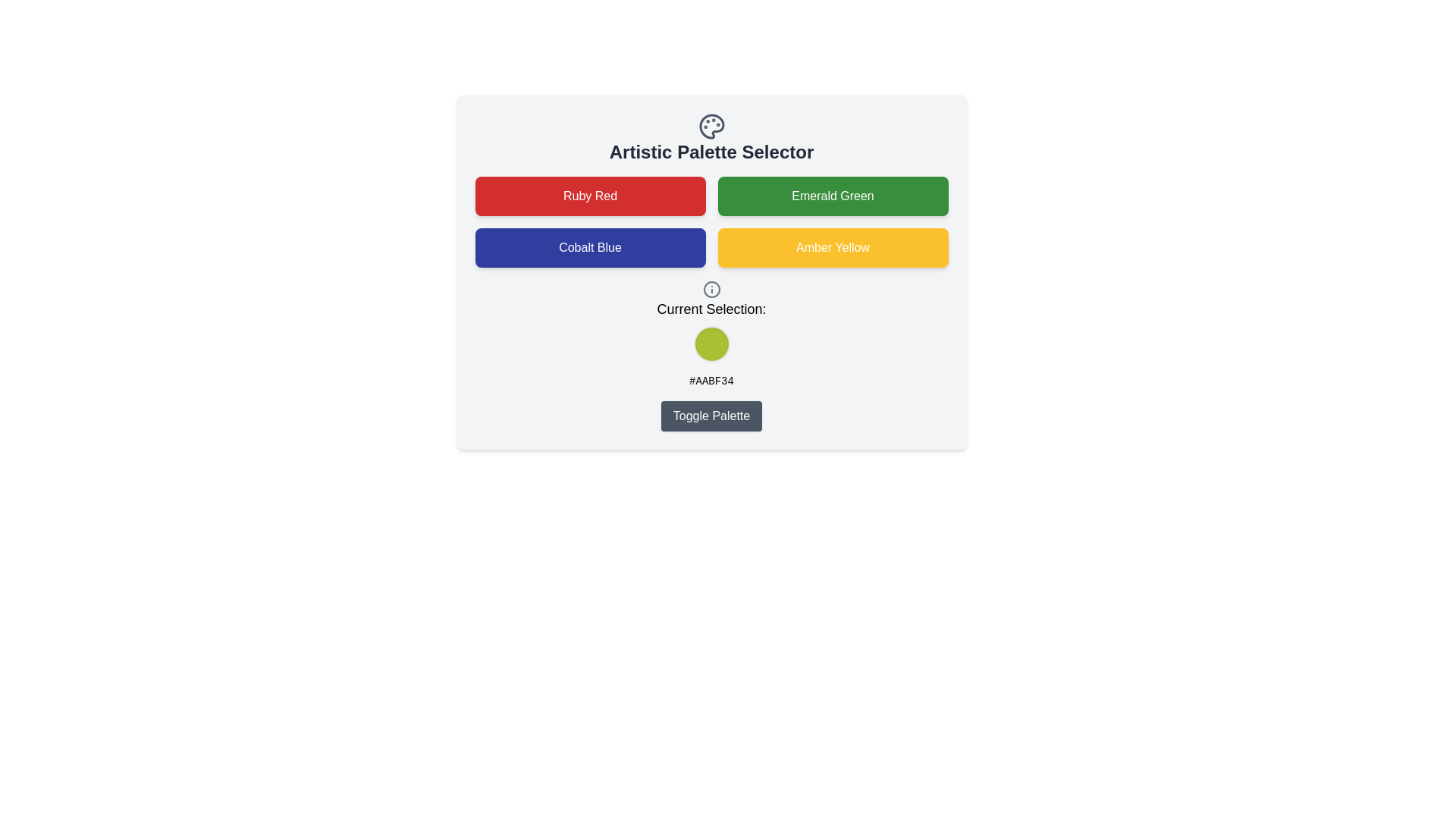  What do you see at coordinates (711, 125) in the screenshot?
I see `the artistic palette icon located centrally above the 'Artistic Palette Selector' text in the selection interface` at bounding box center [711, 125].